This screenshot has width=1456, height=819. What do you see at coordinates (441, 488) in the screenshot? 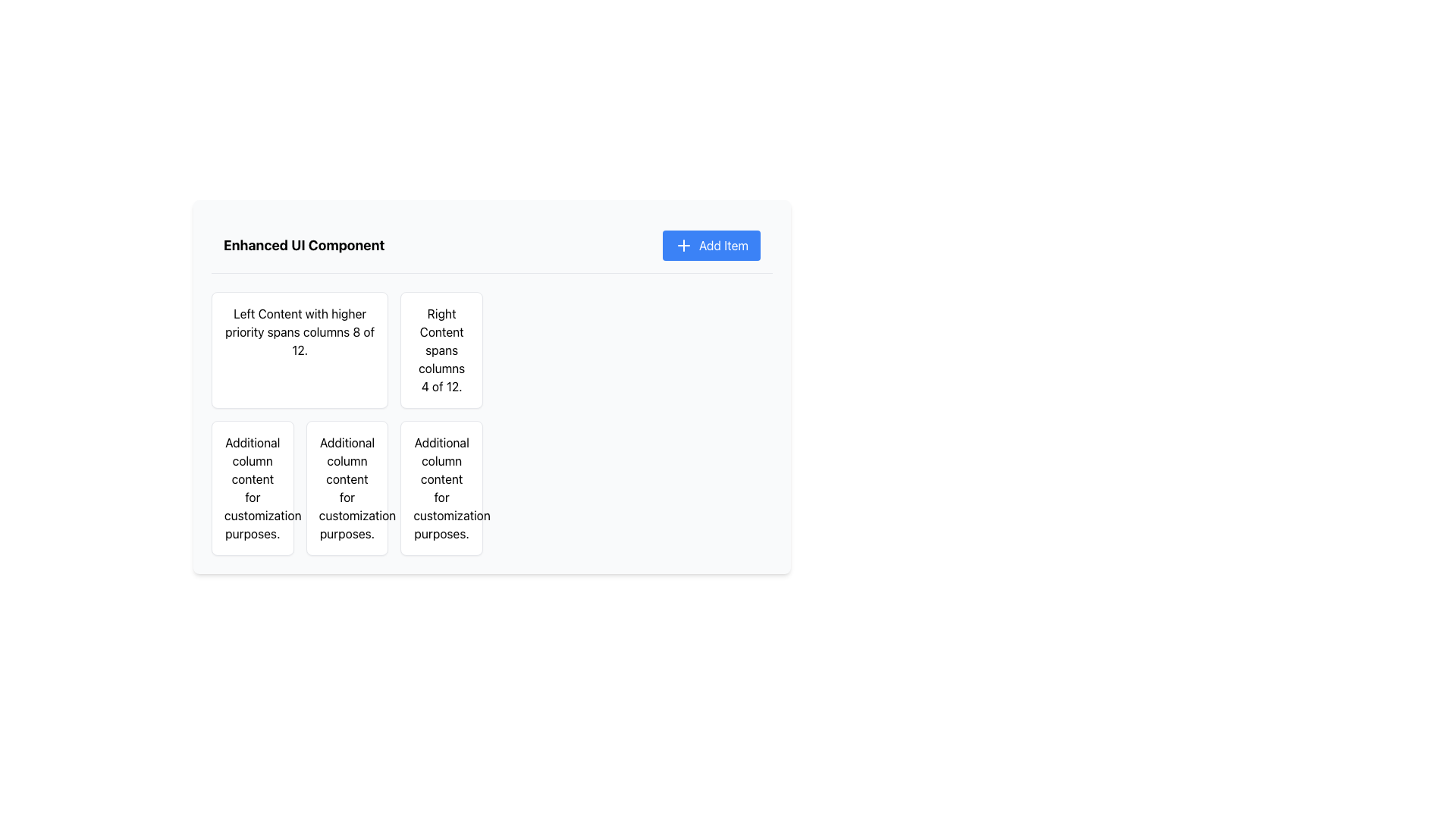
I see `the Informational card located in the fourth column of the second row in a grid layout, which is static and used for content customization` at bounding box center [441, 488].